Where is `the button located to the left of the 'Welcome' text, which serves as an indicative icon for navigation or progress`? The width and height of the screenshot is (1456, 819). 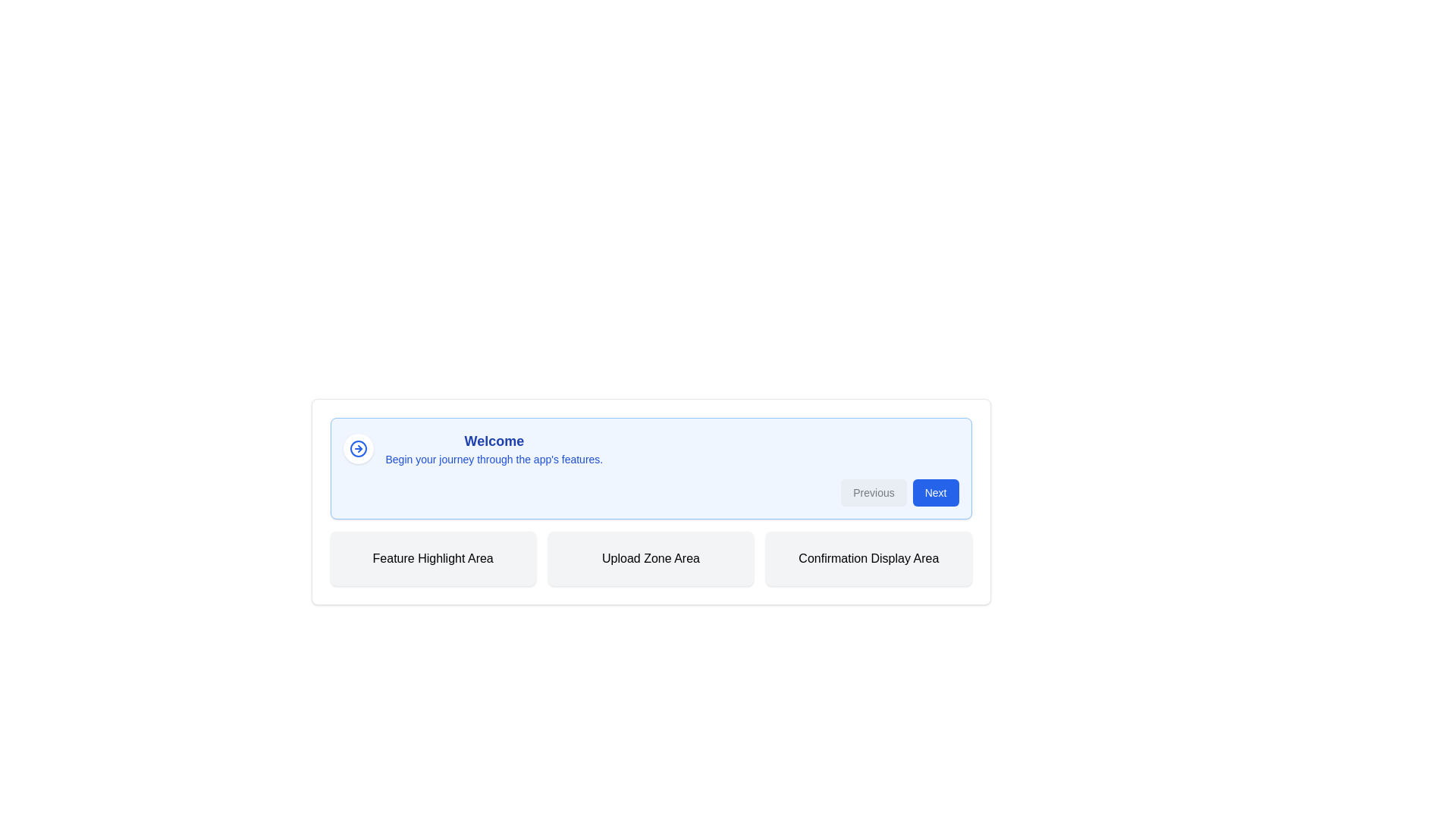
the button located to the left of the 'Welcome' text, which serves as an indicative icon for navigation or progress is located at coordinates (357, 447).